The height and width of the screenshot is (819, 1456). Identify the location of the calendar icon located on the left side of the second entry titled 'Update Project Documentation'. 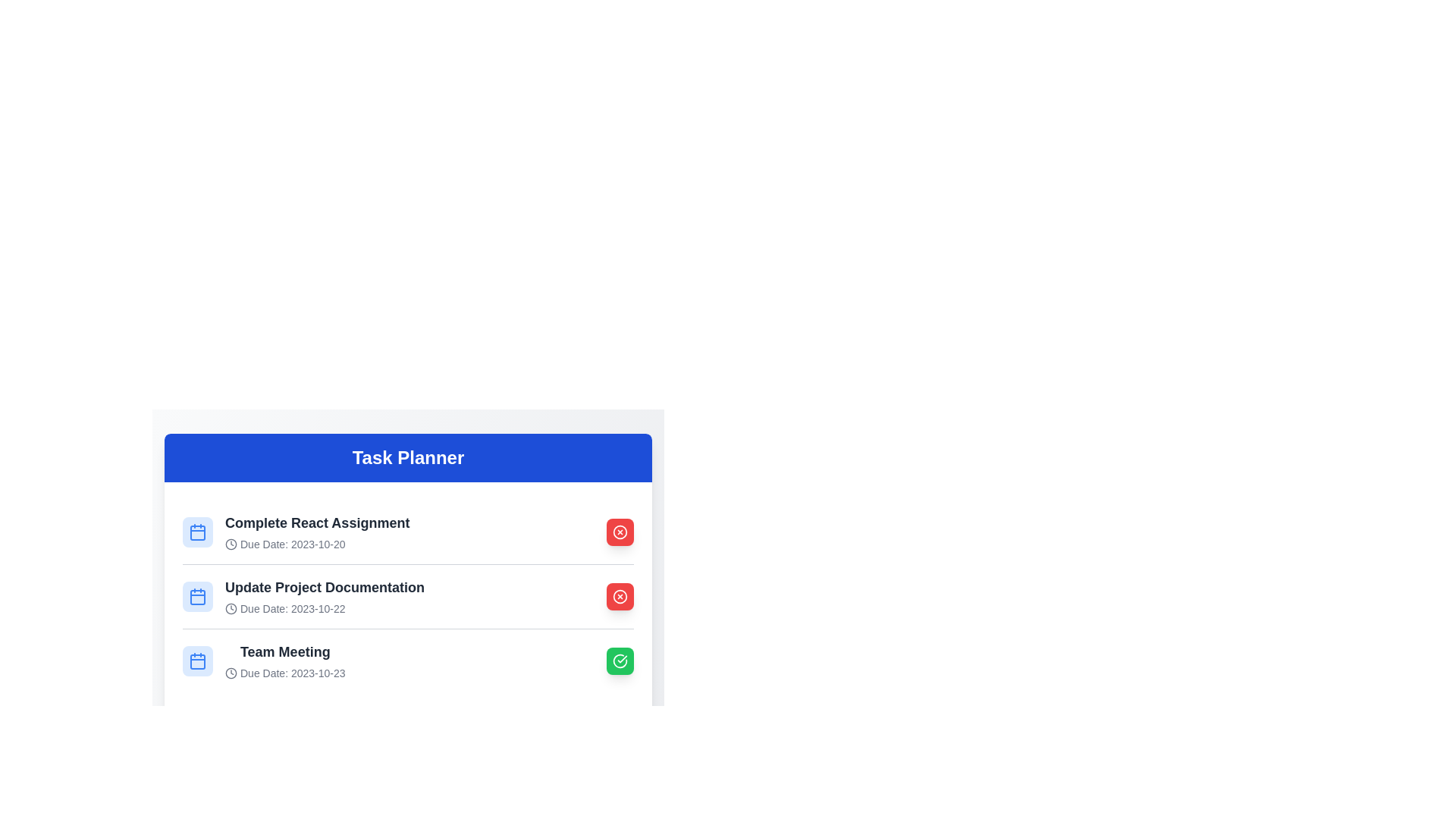
(196, 596).